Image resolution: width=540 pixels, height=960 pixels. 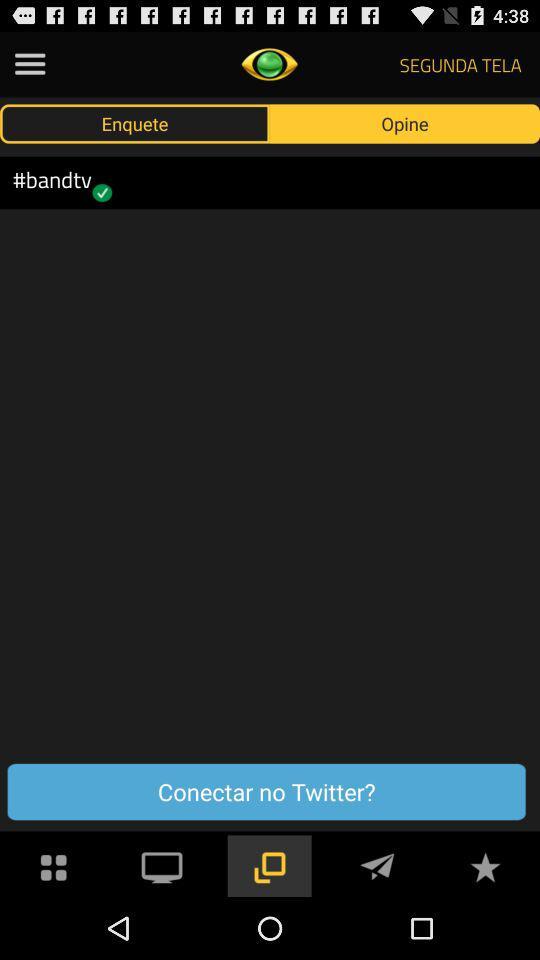 What do you see at coordinates (377, 864) in the screenshot?
I see `the icon below the conectar no twitter?` at bounding box center [377, 864].